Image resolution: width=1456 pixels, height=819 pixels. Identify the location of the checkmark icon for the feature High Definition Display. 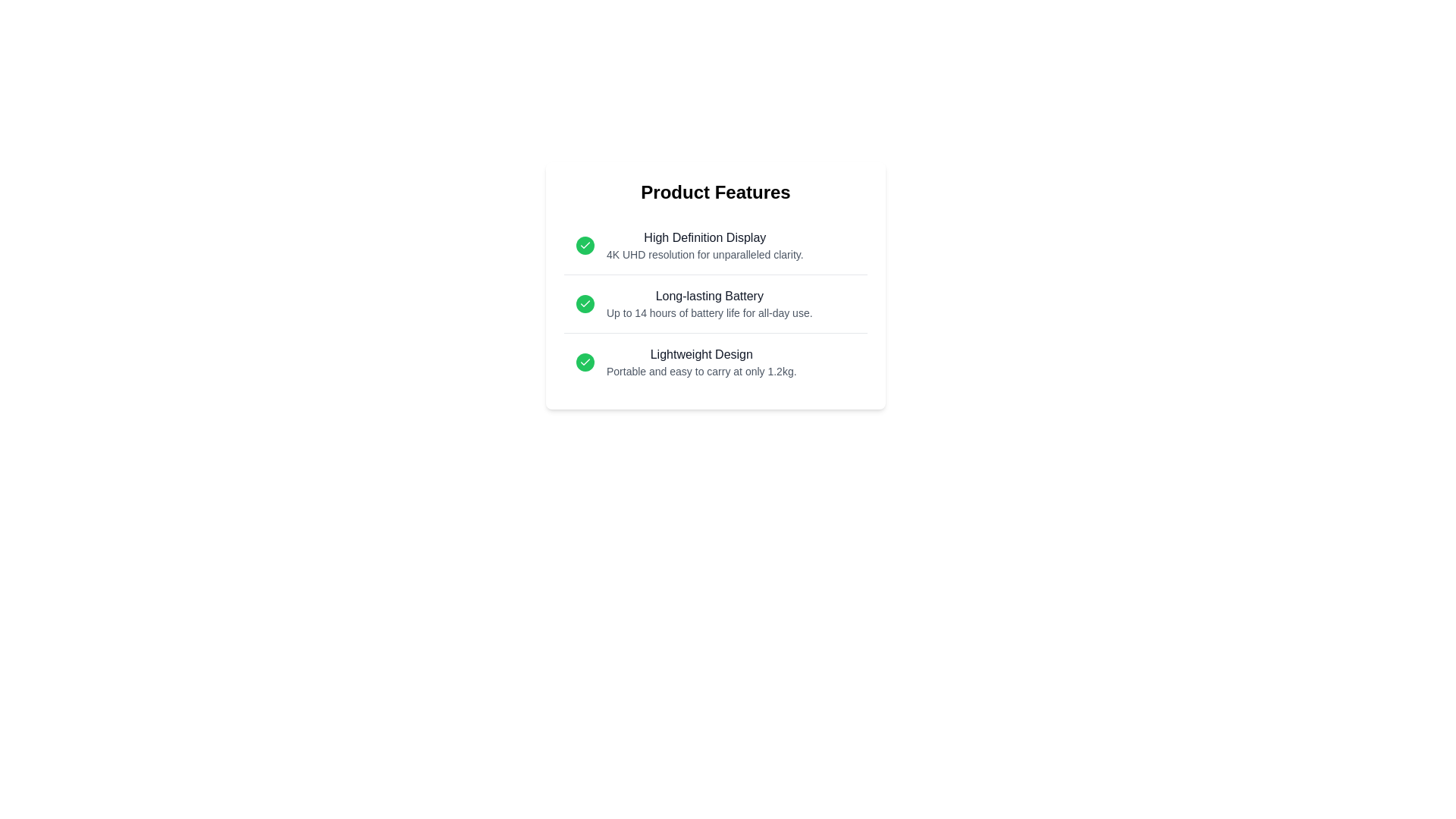
(585, 245).